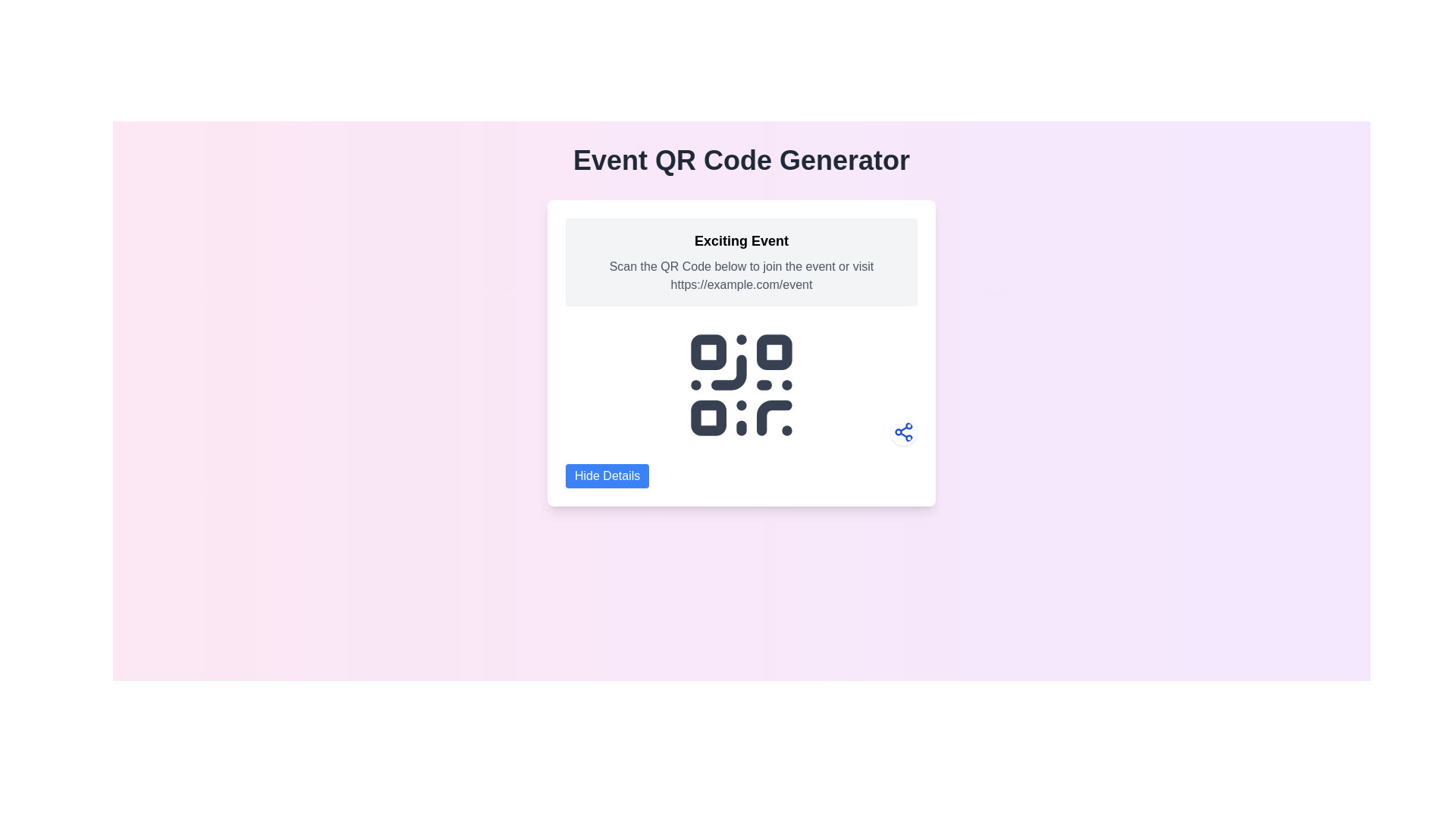 Image resolution: width=1456 pixels, height=819 pixels. What do you see at coordinates (607, 475) in the screenshot?
I see `the button` at bounding box center [607, 475].